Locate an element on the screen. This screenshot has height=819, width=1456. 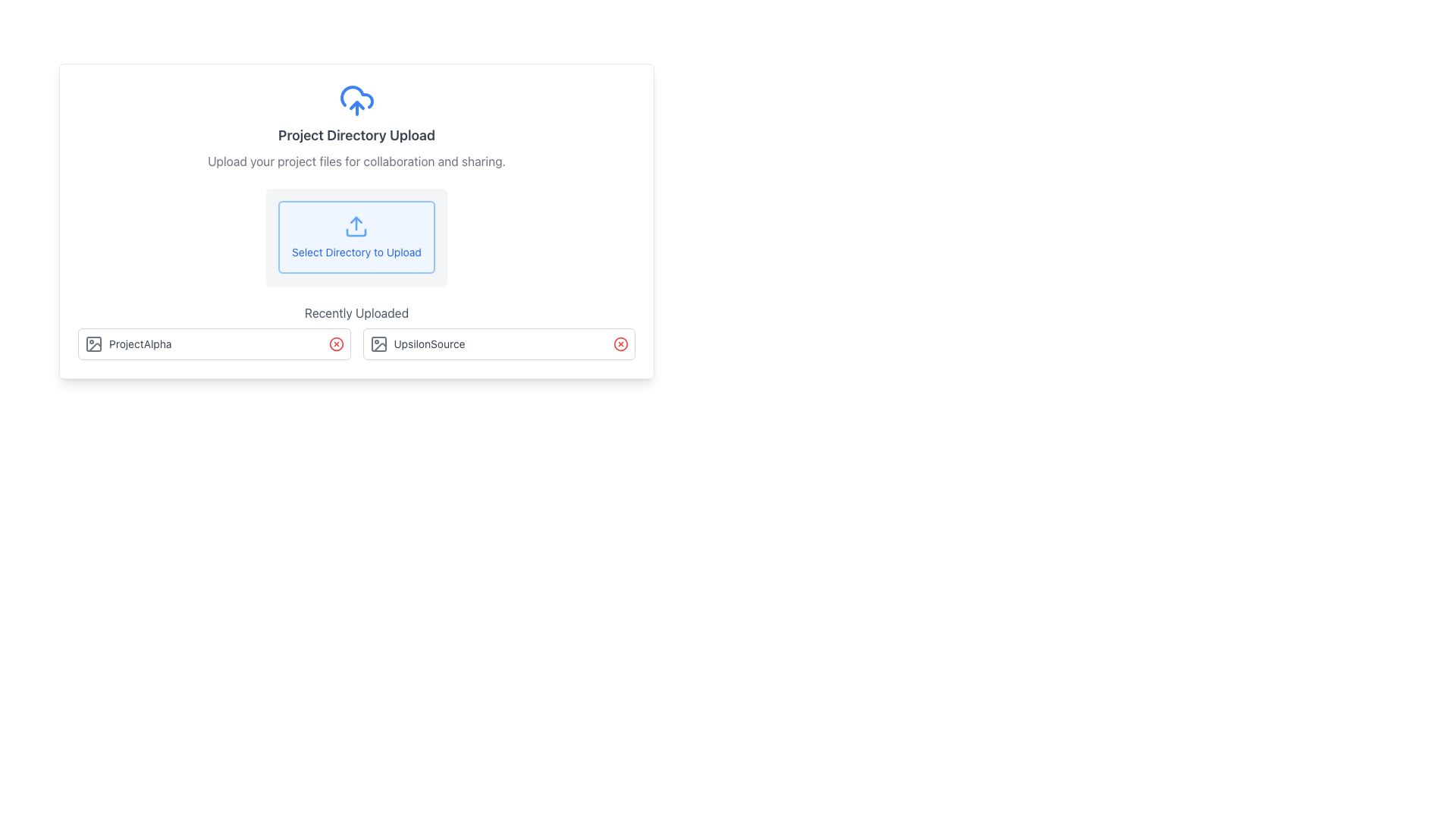
the delete button located at the far right of the 'UpsilonSource' list item is located at coordinates (621, 344).